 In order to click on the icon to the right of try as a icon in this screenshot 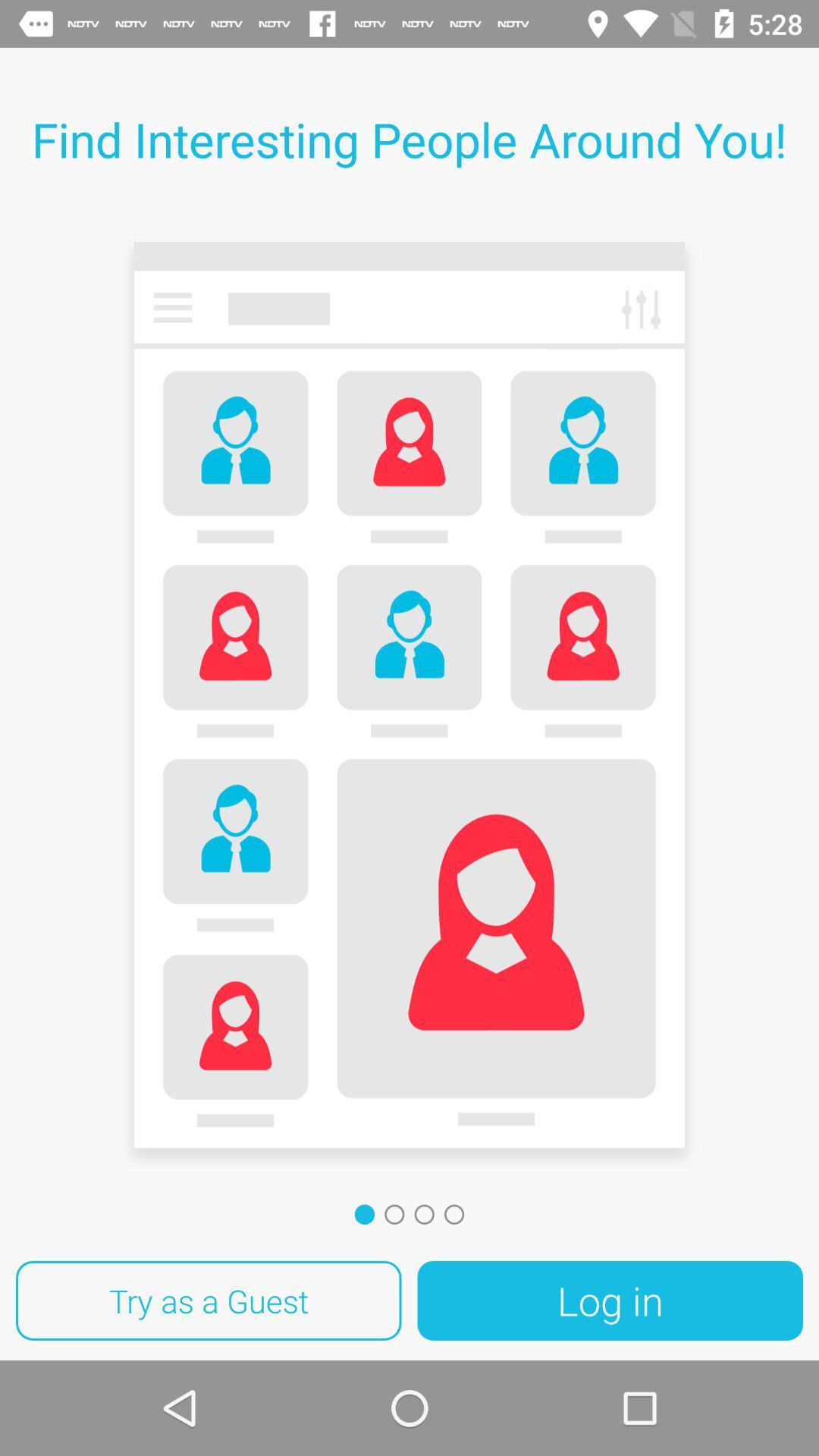, I will do `click(609, 1300)`.